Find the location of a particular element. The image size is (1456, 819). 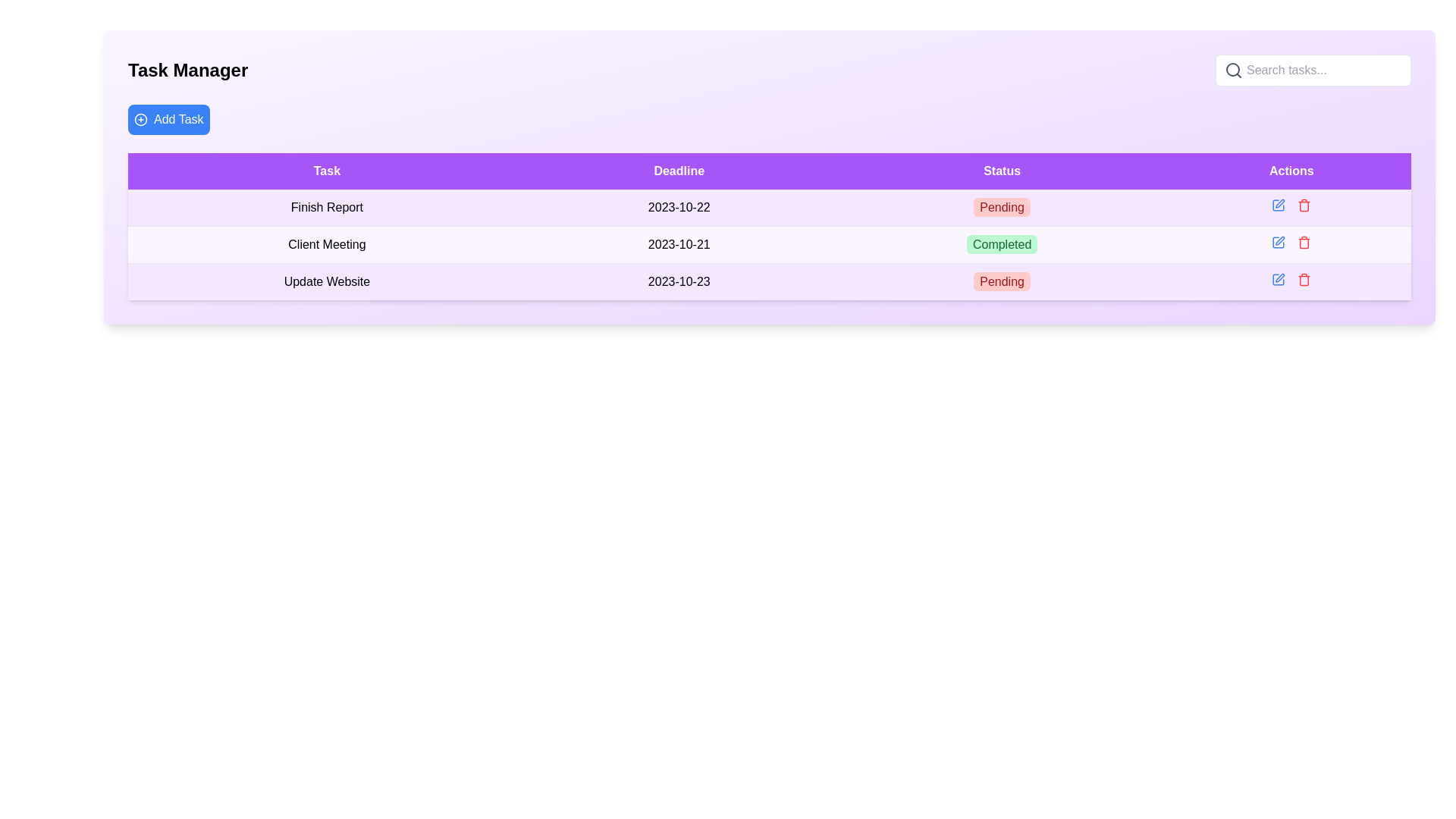

the SVG icon representing the action of adding a new task, which is located to the left of the 'Add Task' button is located at coordinates (141, 119).